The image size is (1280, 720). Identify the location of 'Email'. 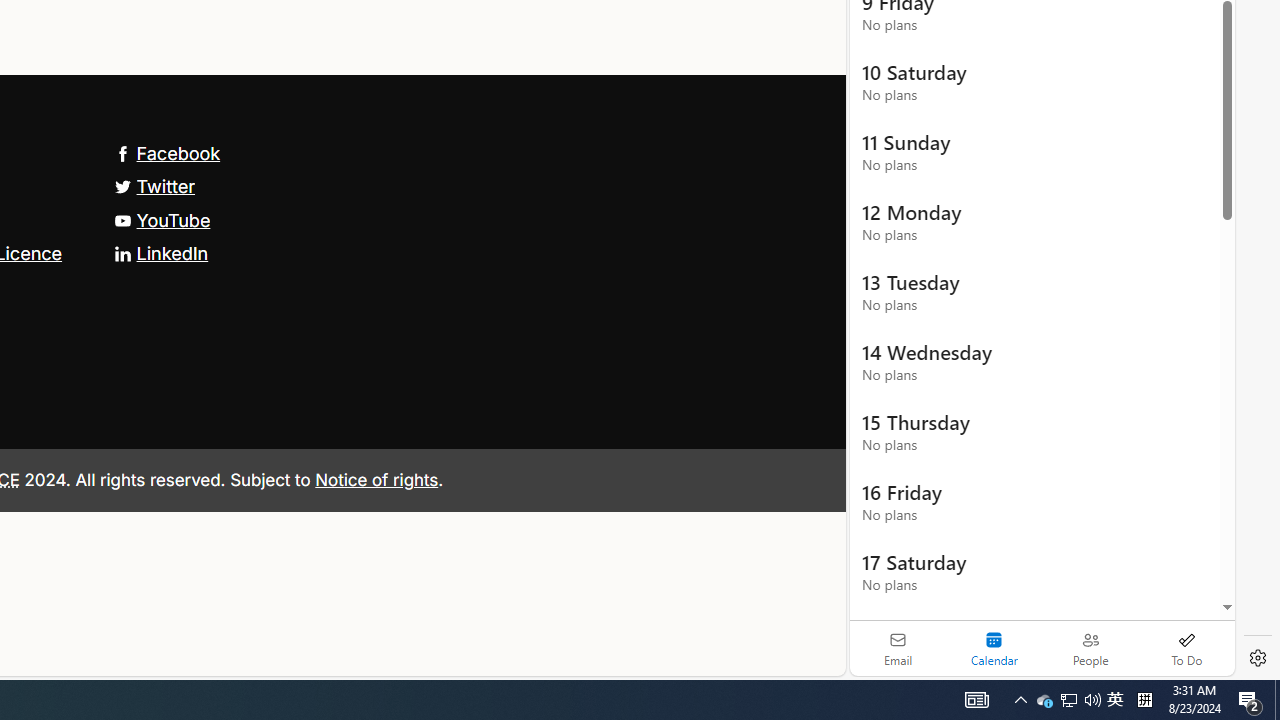
(897, 648).